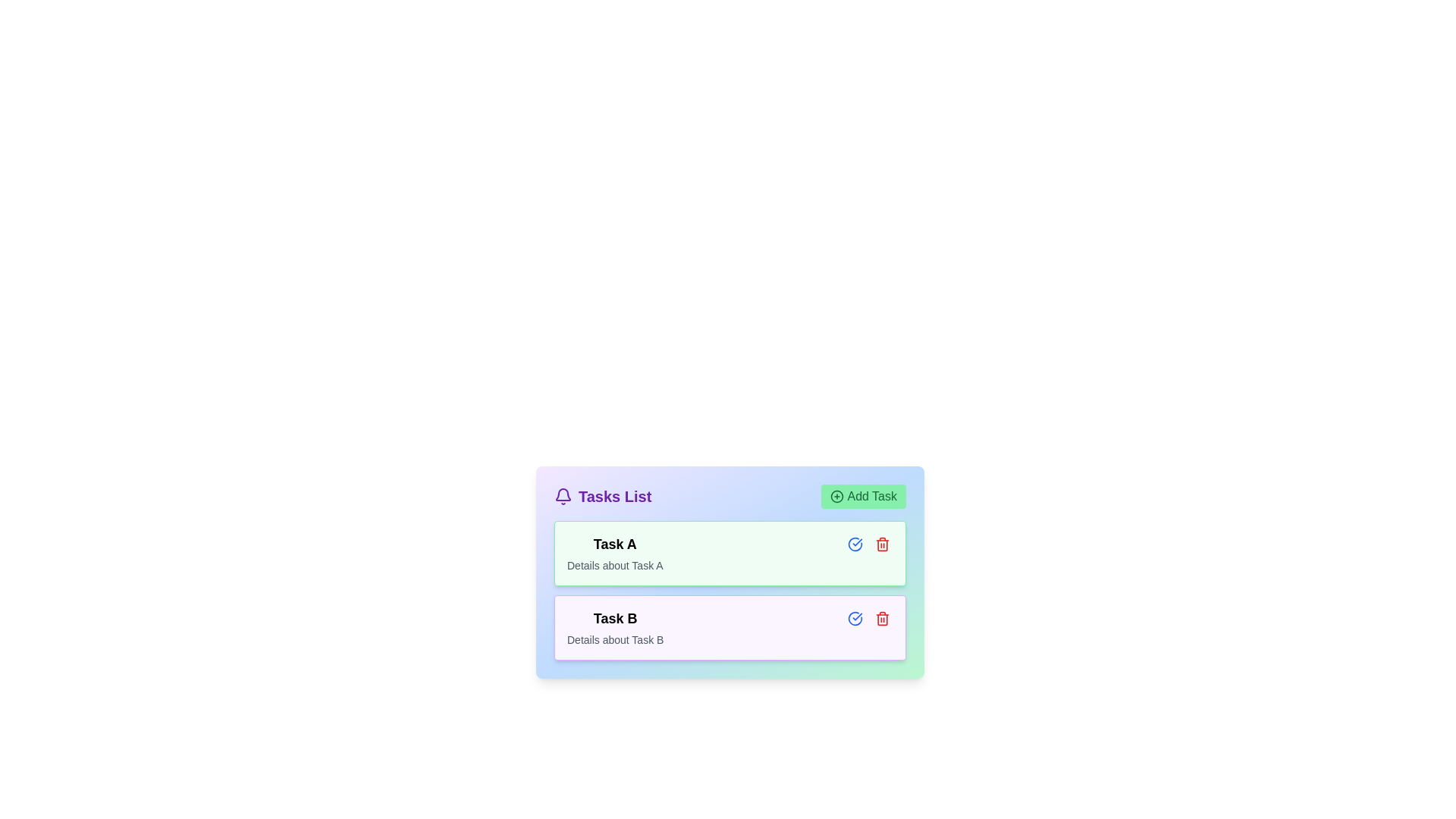 The height and width of the screenshot is (819, 1456). Describe the element at coordinates (882, 543) in the screenshot. I see `the trash bin icon button located in the 'Task A' section` at that location.